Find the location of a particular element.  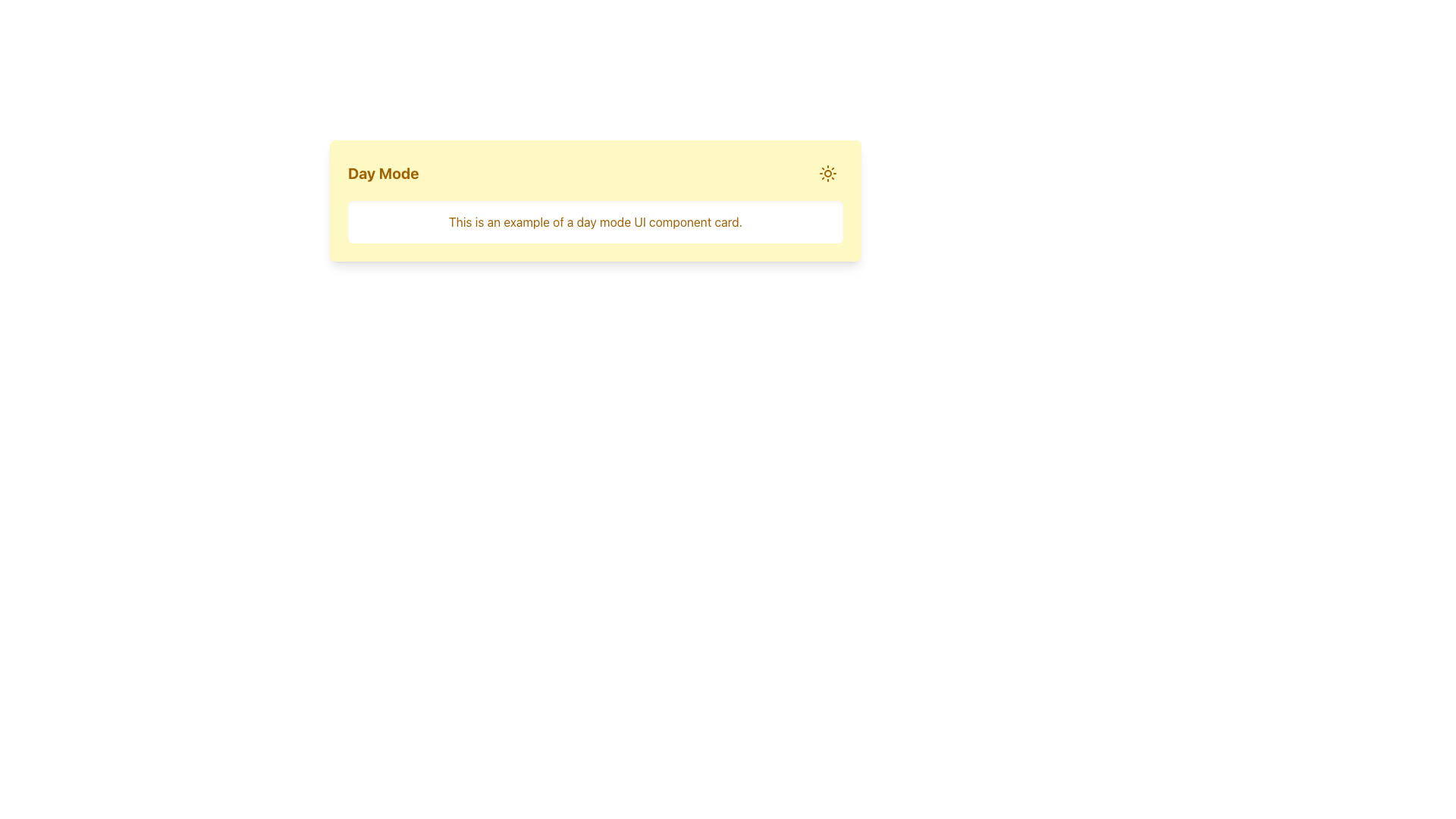

the sun-shaped icon located is located at coordinates (827, 172).